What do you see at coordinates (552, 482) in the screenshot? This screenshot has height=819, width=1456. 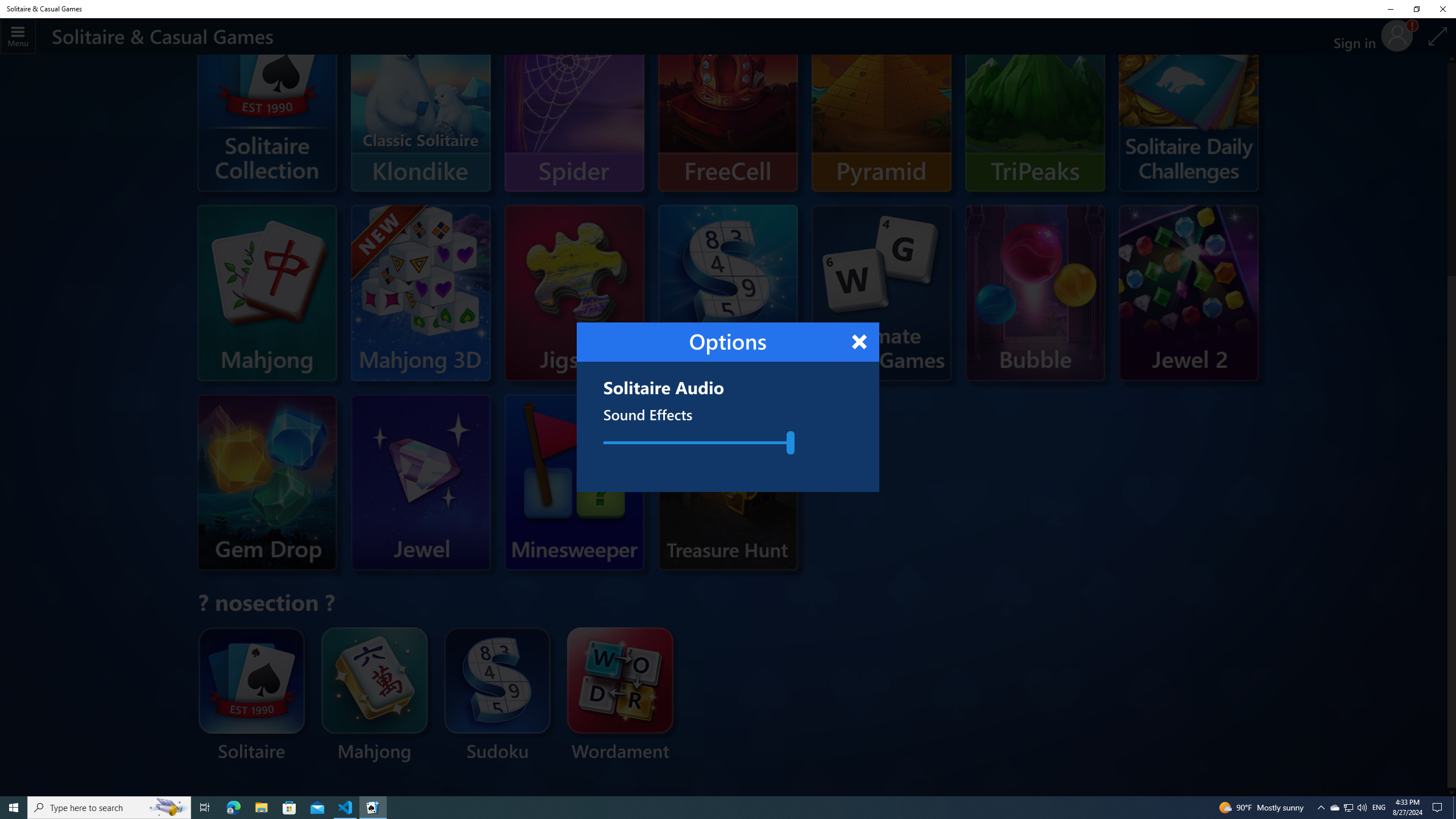 I see `'Microsoft Minesweeper'` at bounding box center [552, 482].